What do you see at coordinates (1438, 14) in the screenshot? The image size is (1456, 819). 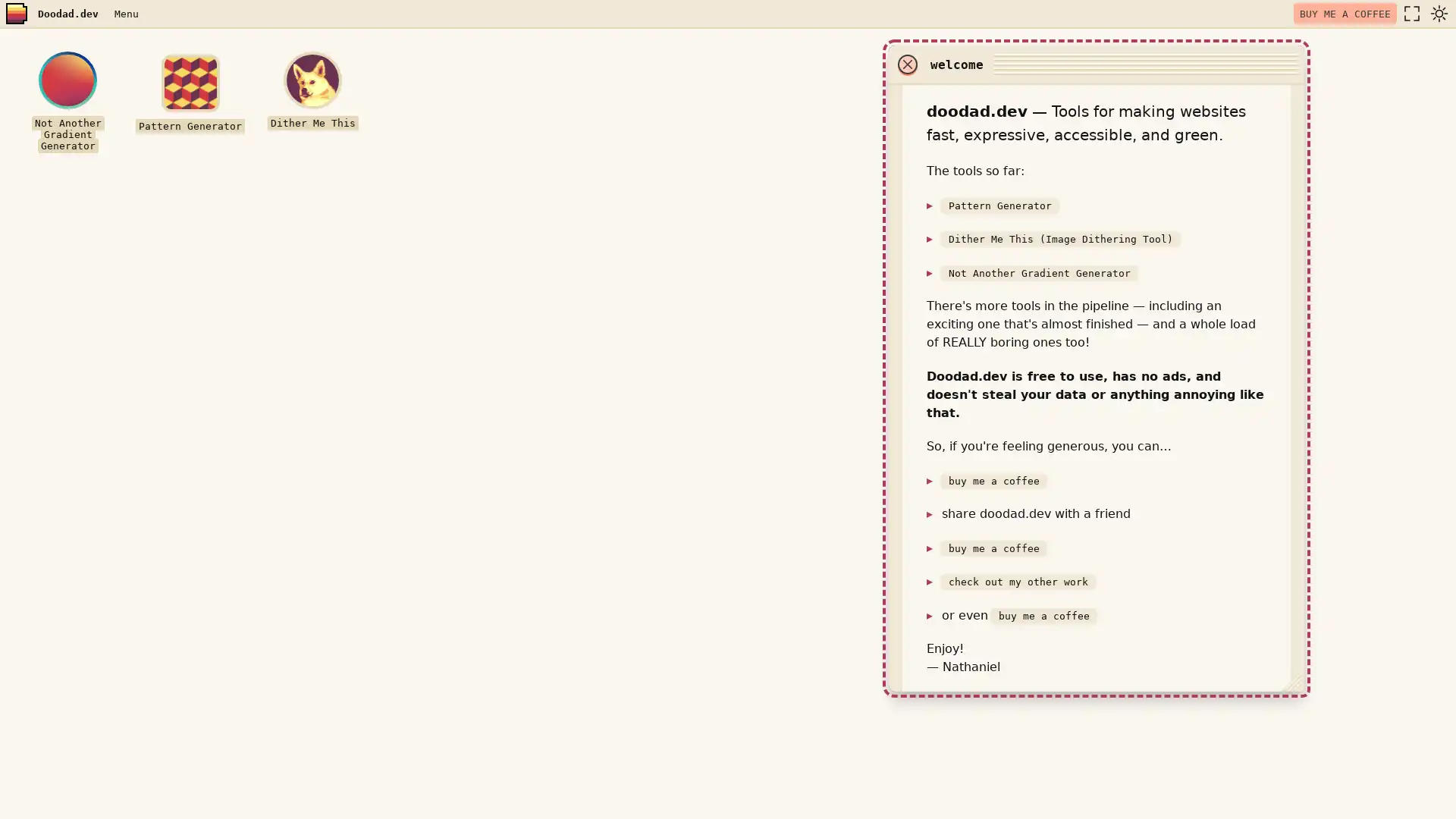 I see `dark mode toggle` at bounding box center [1438, 14].